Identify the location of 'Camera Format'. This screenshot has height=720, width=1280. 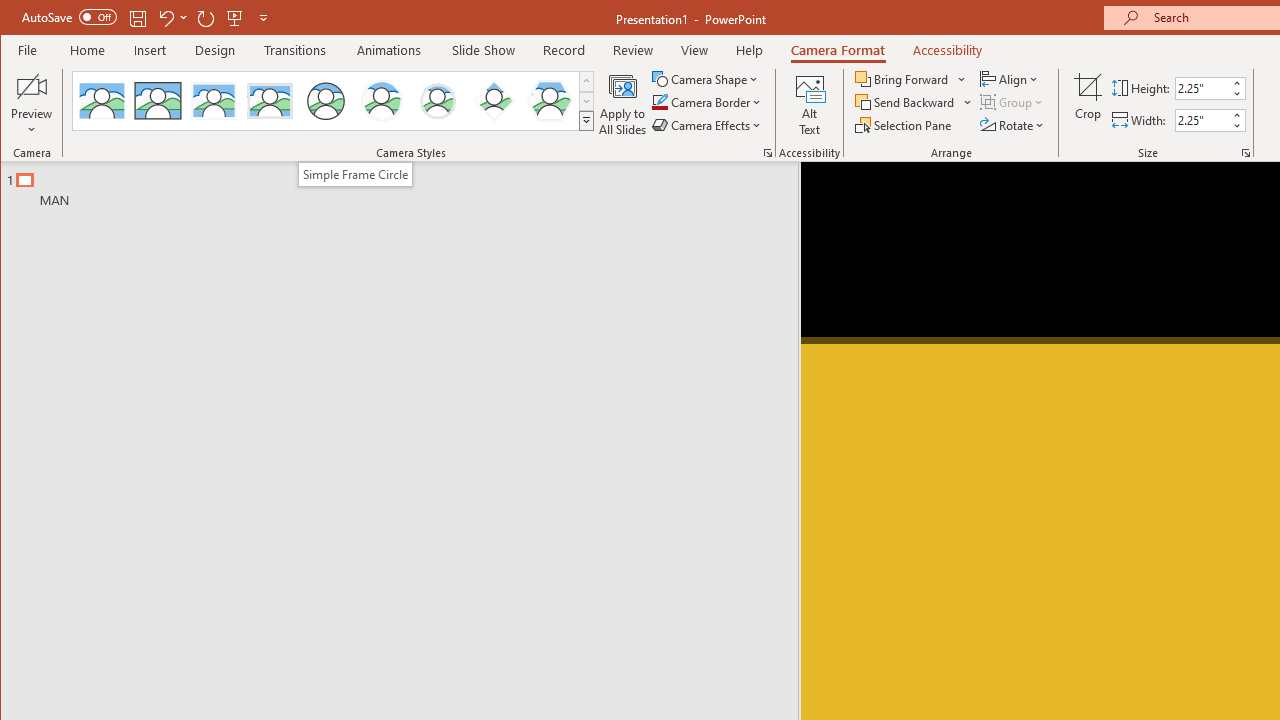
(838, 49).